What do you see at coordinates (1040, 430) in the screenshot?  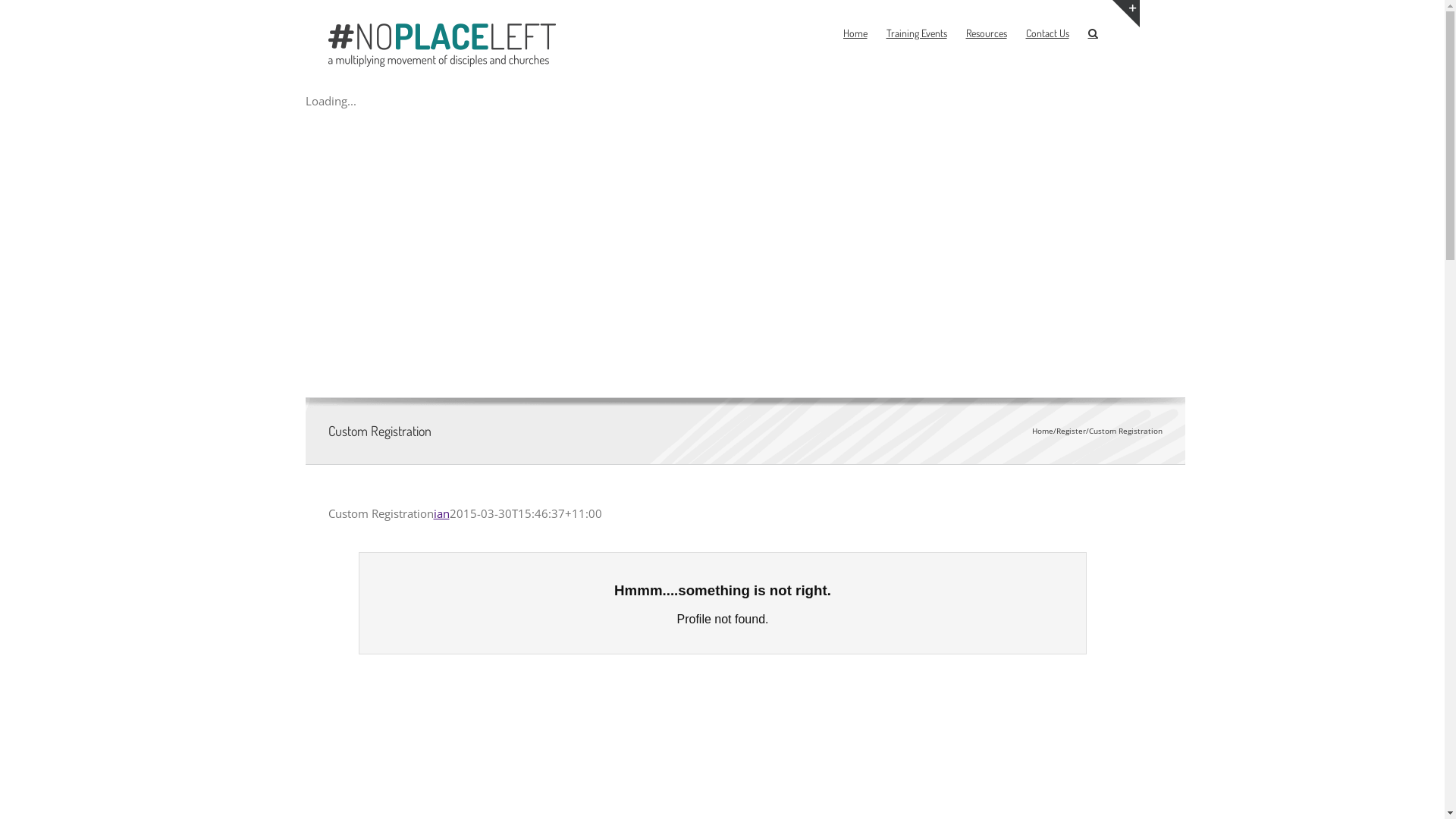 I see `'Home'` at bounding box center [1040, 430].